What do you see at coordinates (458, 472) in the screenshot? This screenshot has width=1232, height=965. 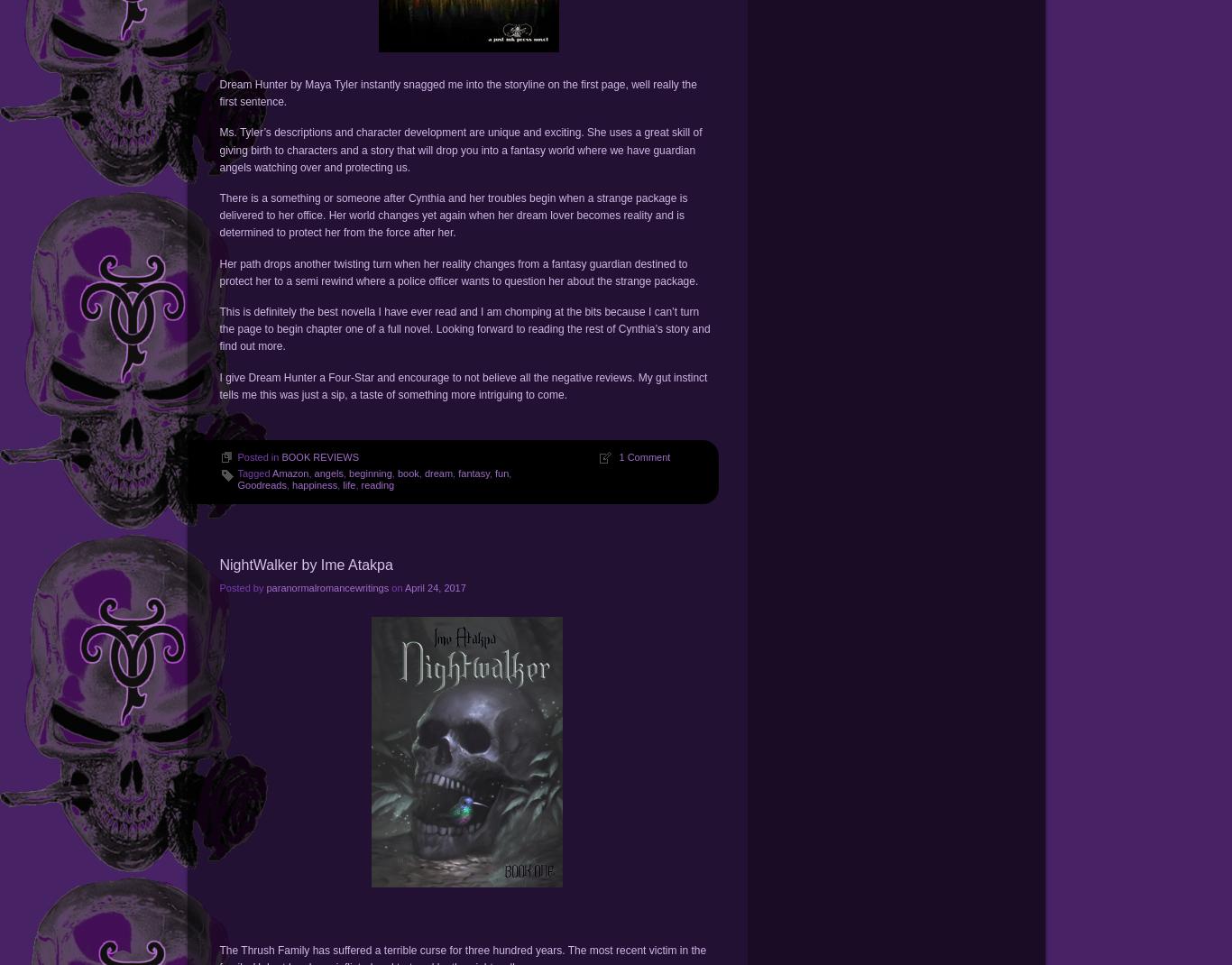 I see `'fantasy'` at bounding box center [458, 472].